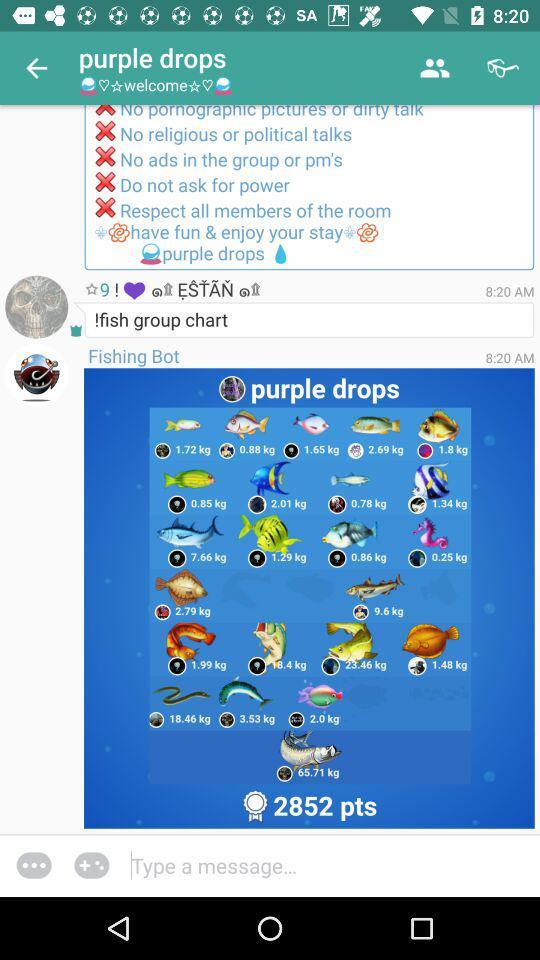 Image resolution: width=540 pixels, height=960 pixels. What do you see at coordinates (309, 187) in the screenshot?
I see `the please follow the` at bounding box center [309, 187].